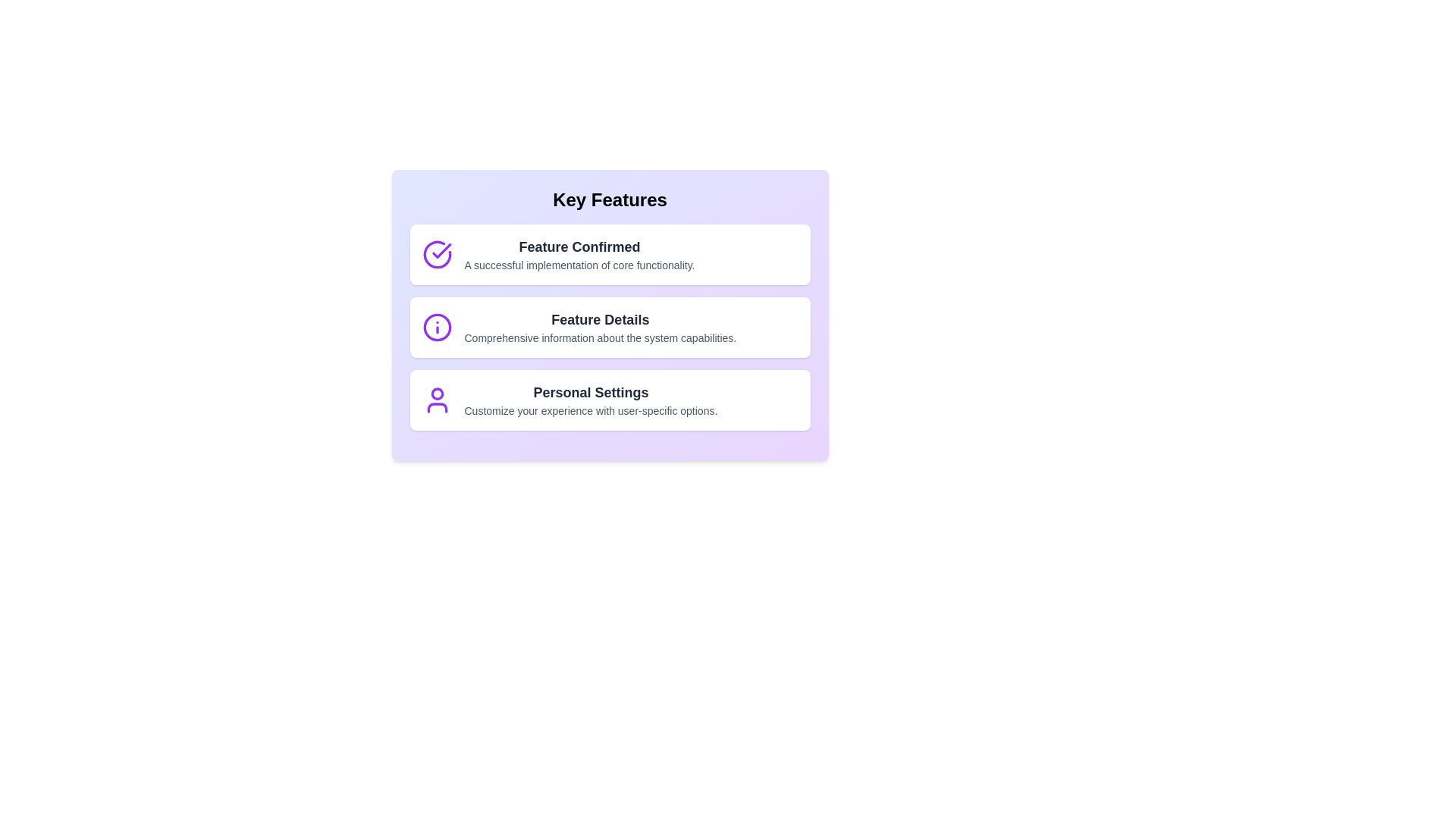  Describe the element at coordinates (436, 253) in the screenshot. I see `the icon corresponding to Feature Confirmed to interact with it` at that location.